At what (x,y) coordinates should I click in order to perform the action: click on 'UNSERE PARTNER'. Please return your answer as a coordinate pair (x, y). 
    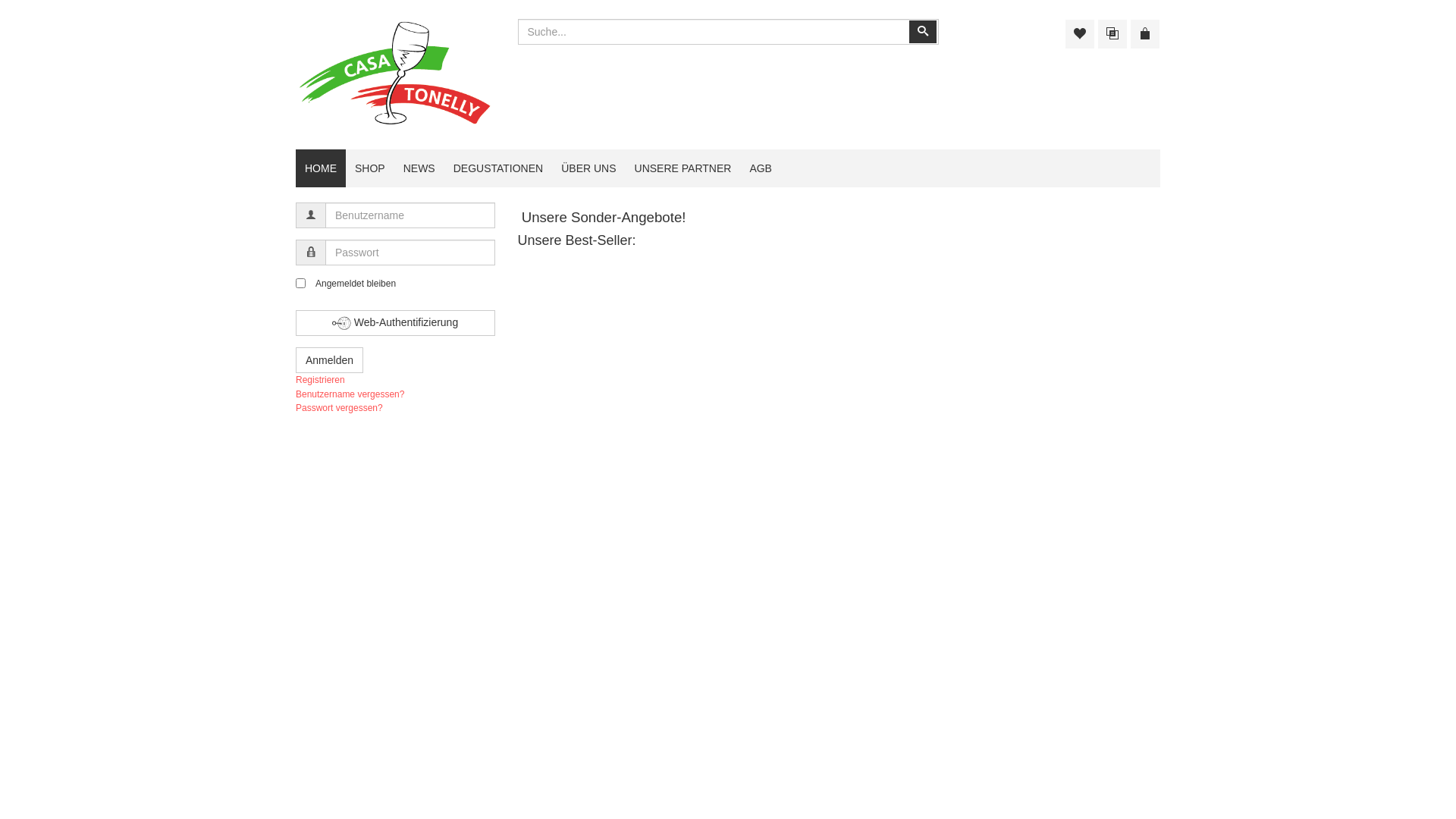
    Looking at the image, I should click on (682, 168).